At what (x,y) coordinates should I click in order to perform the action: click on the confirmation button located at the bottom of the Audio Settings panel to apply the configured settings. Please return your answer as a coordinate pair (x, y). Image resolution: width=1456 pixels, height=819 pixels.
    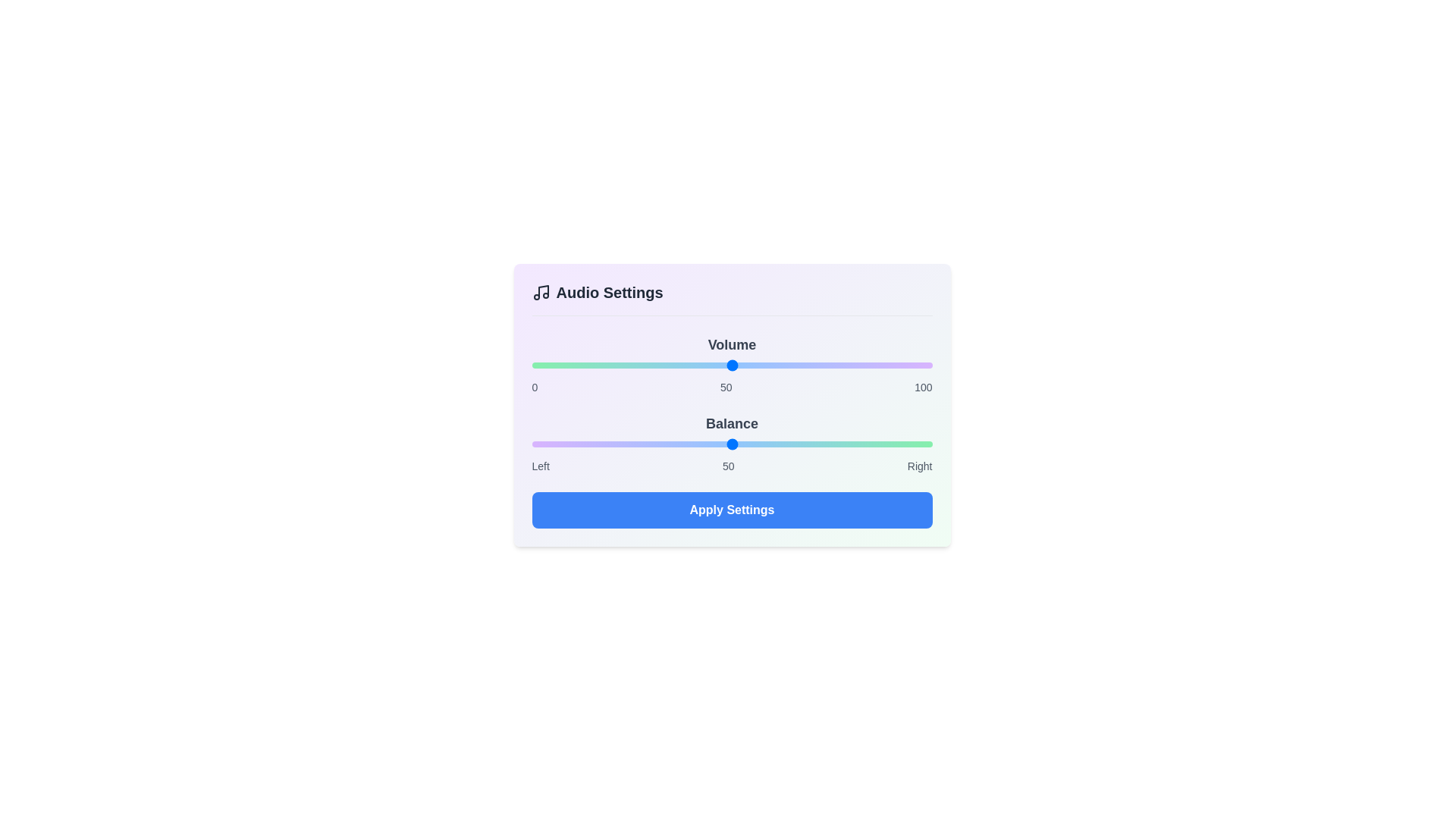
    Looking at the image, I should click on (732, 510).